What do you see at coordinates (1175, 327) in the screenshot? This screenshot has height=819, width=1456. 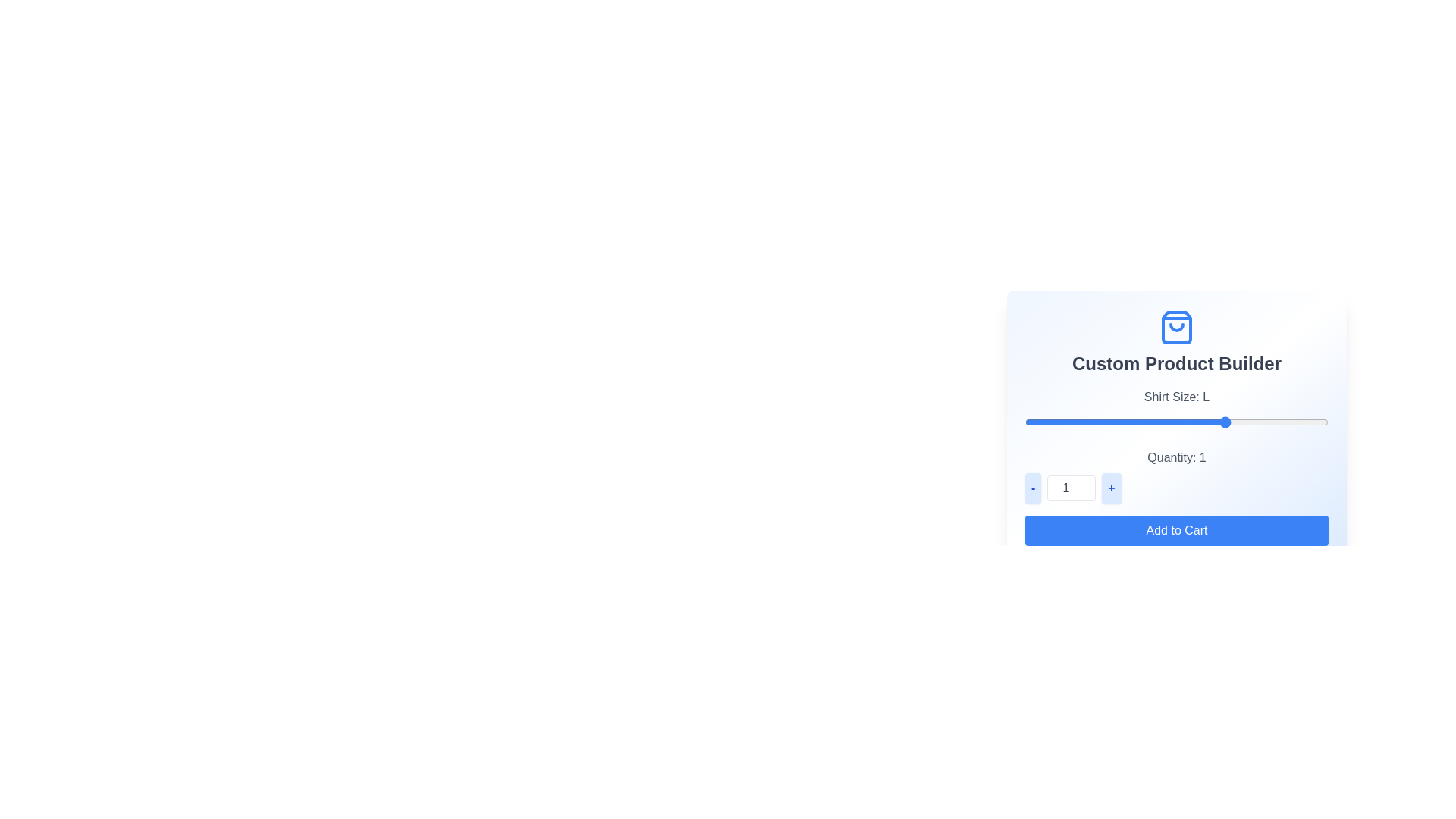 I see `the shopping bag icon with a smooth blue outline located at the top center of the 'Custom Product Builder' section, directly above the text 'Custom Product Builder'` at bounding box center [1175, 327].